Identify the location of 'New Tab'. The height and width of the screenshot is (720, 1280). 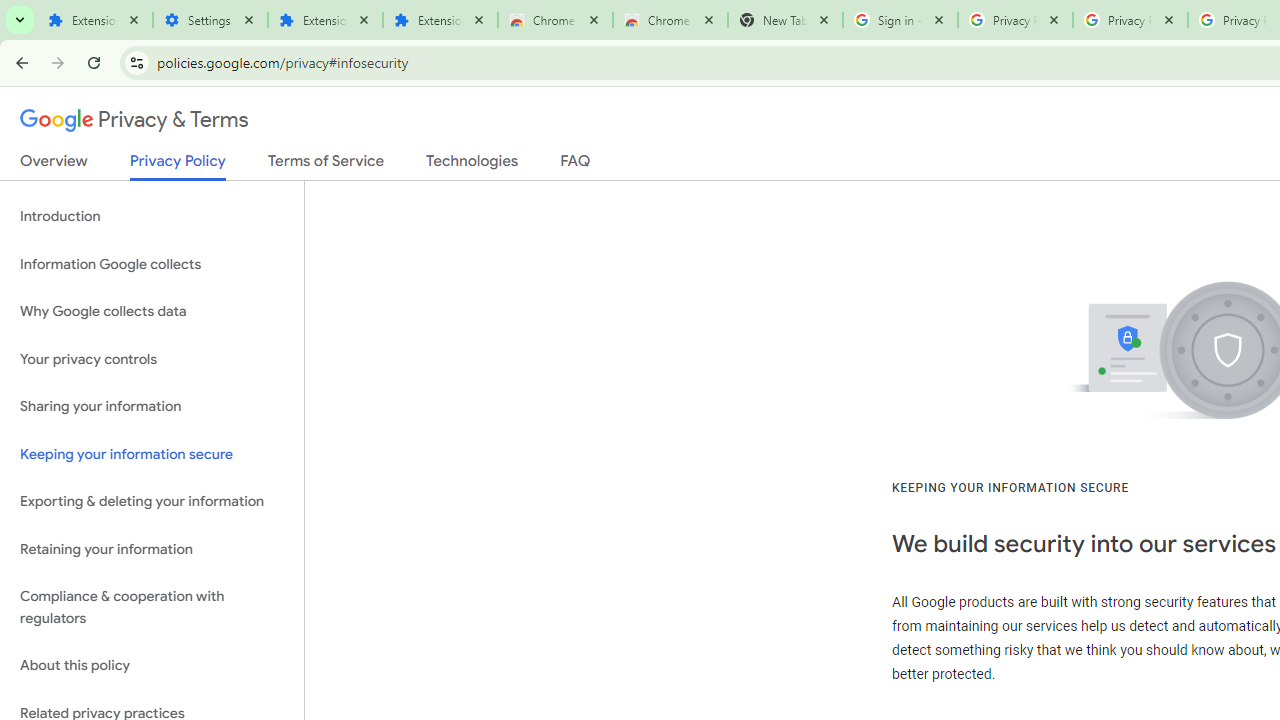
(784, 20).